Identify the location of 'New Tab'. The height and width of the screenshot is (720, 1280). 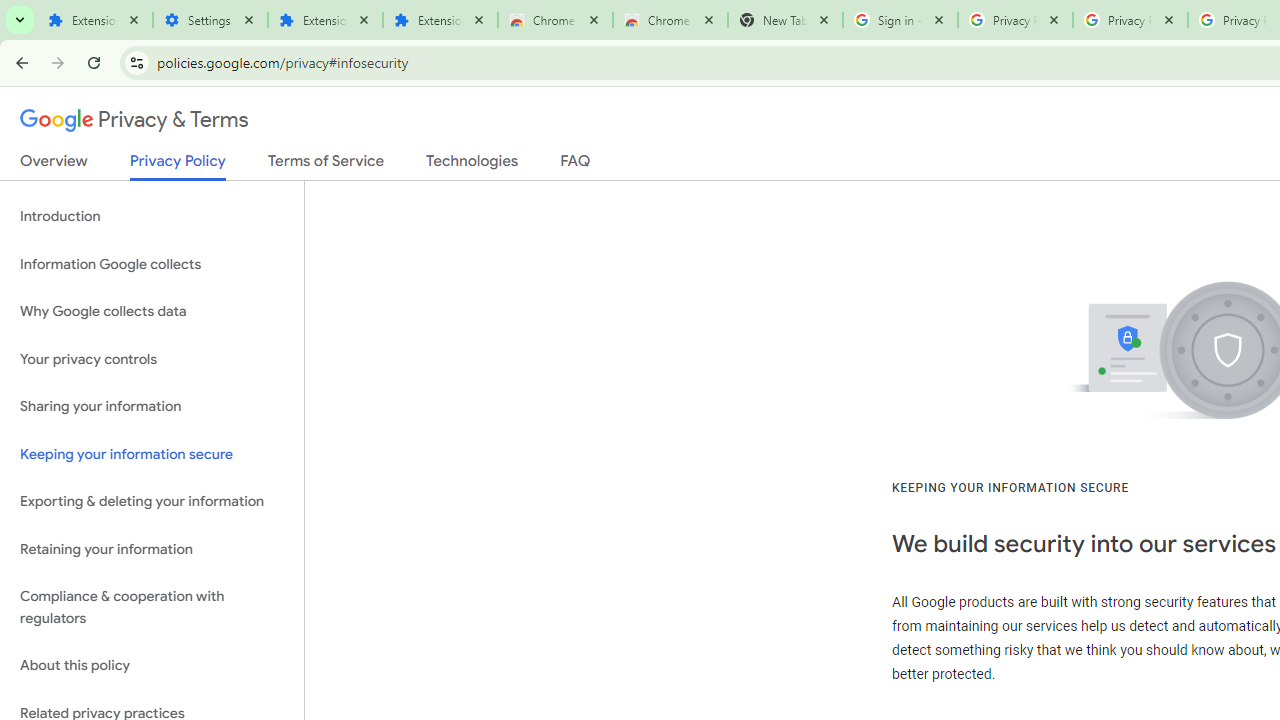
(784, 20).